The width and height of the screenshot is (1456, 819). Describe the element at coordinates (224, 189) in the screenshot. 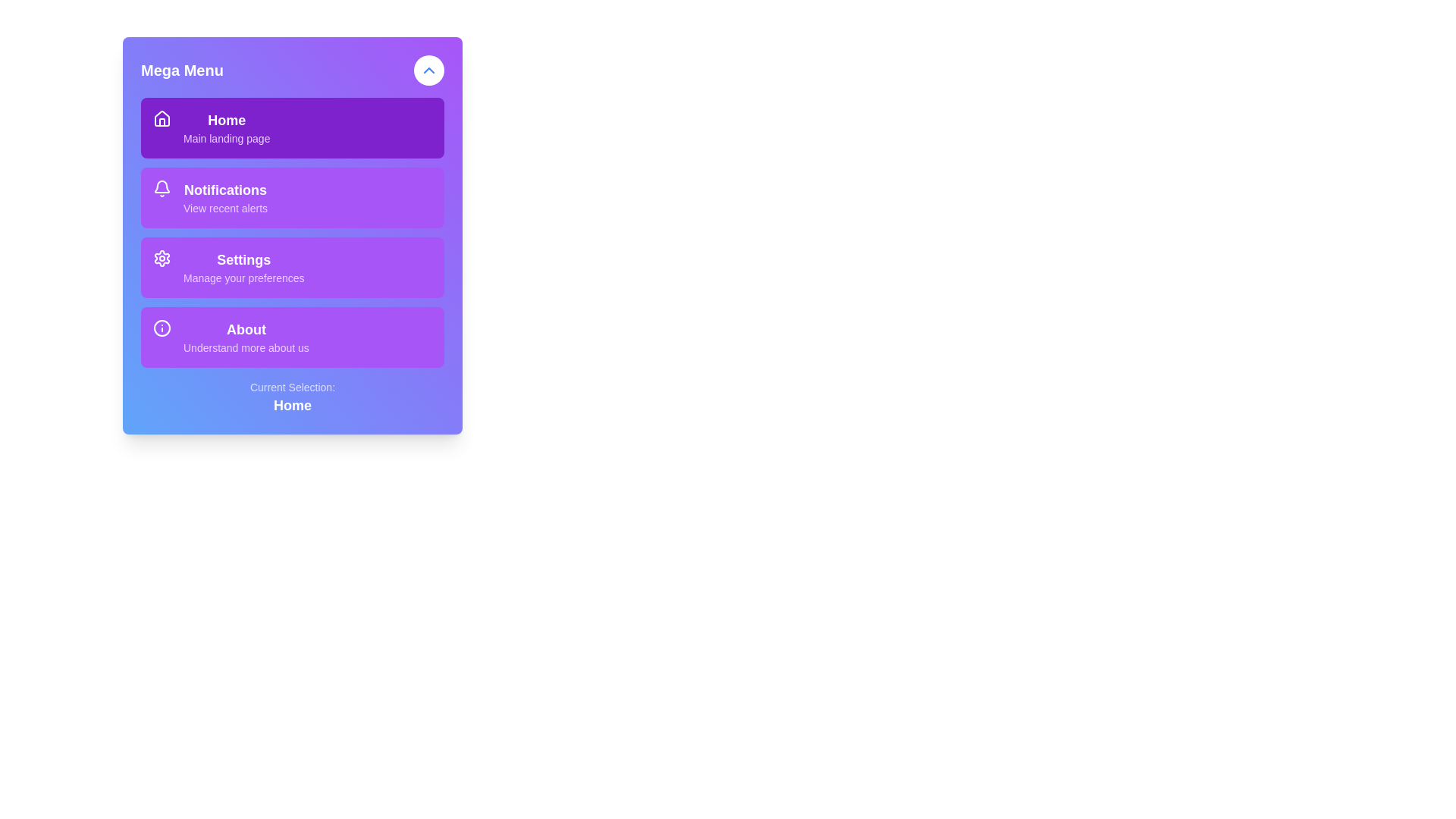

I see `the 'Notifications' text label in the vertical navigation menu that indicates the functionality of accessing recent notifications` at that location.